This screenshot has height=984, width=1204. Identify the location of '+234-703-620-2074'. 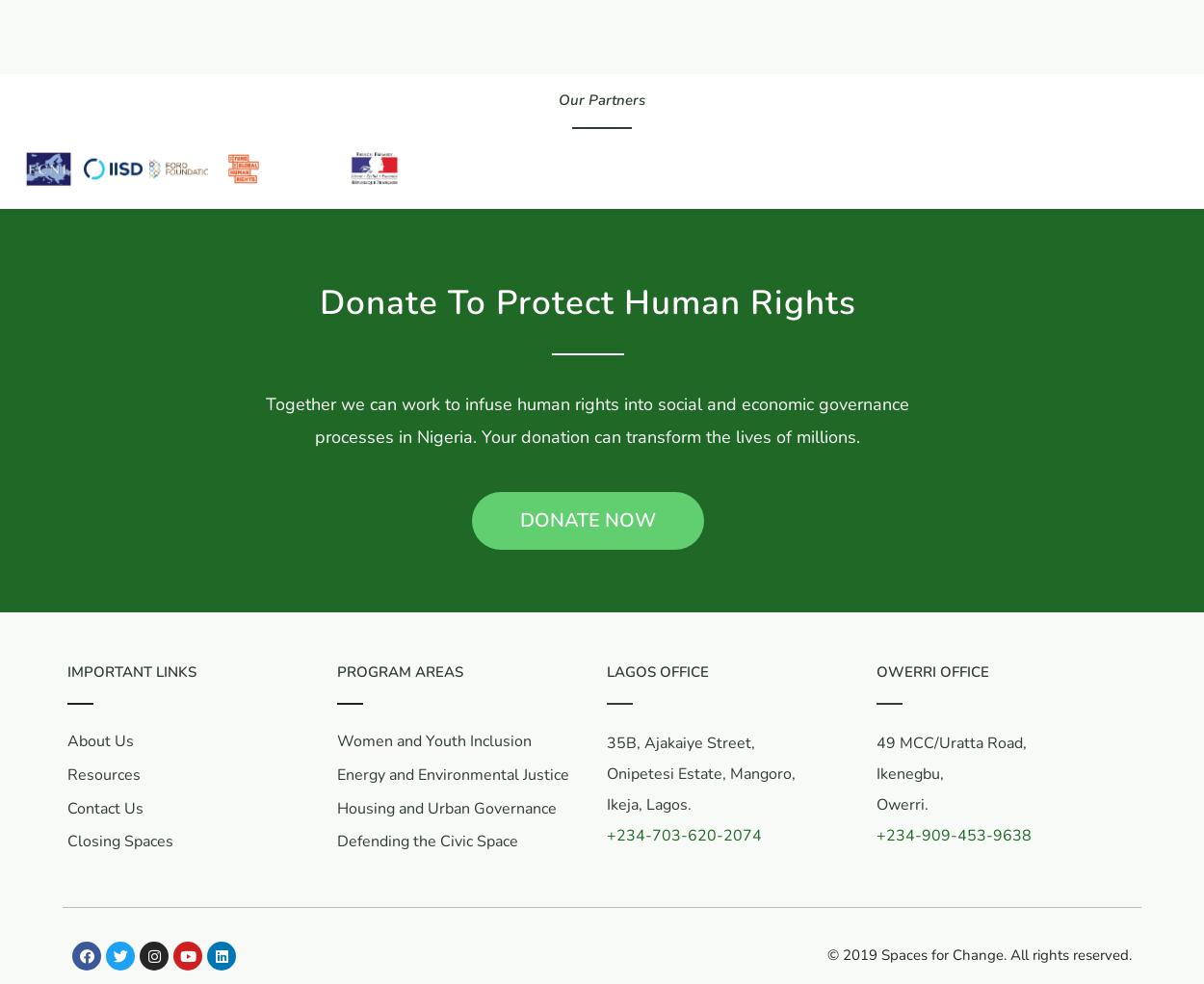
(683, 835).